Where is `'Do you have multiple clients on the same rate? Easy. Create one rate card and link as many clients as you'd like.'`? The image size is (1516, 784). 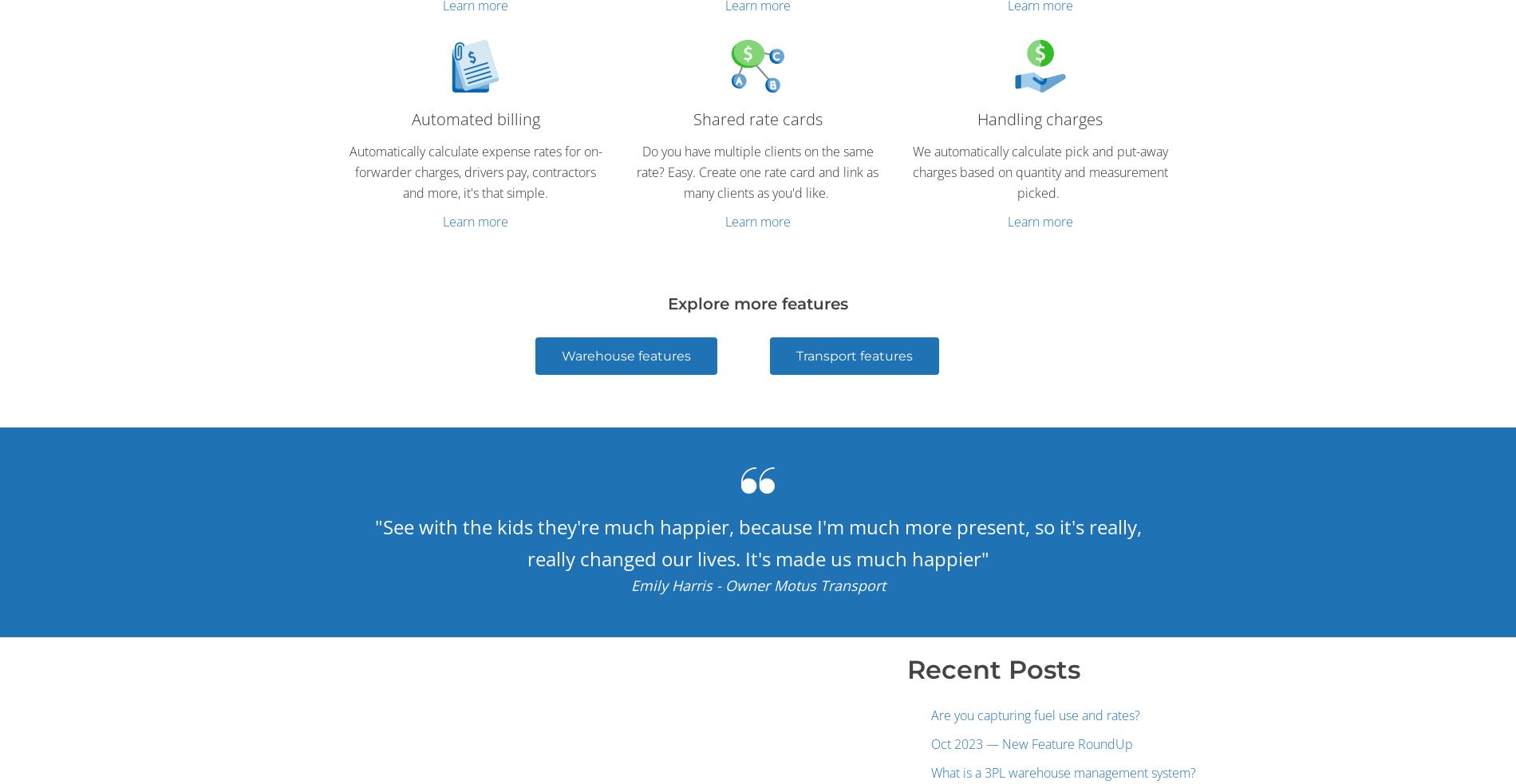 'Do you have multiple clients on the same rate? Easy. Create one rate card and link as many clients as you'd like.' is located at coordinates (636, 171).